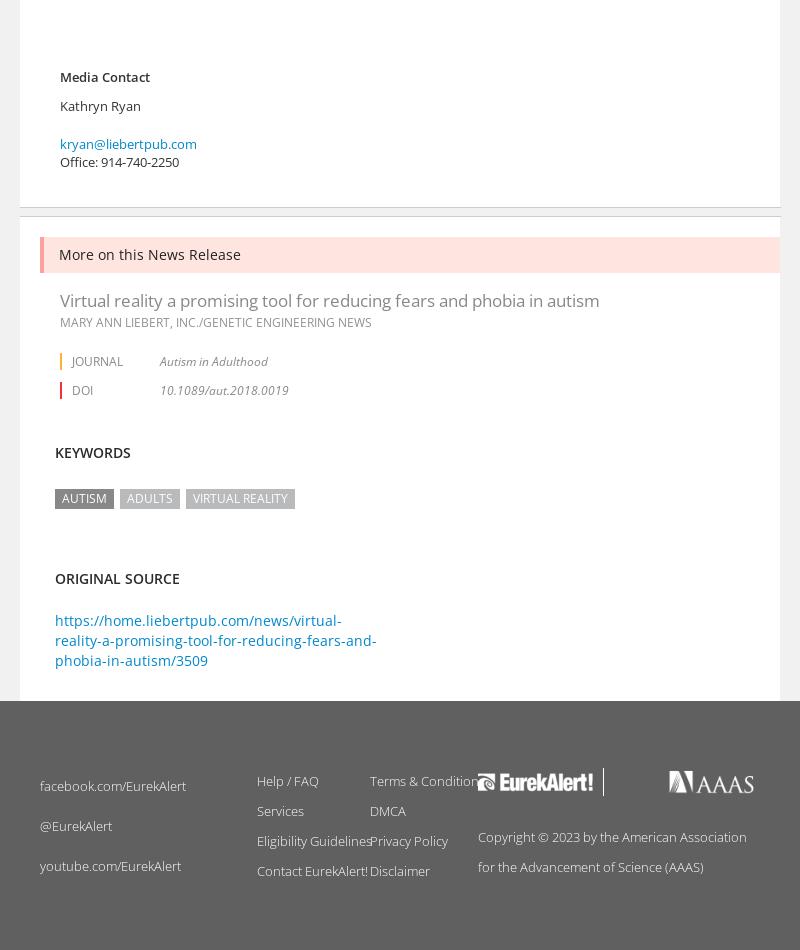 This screenshot has height=950, width=800. Describe the element at coordinates (116, 579) in the screenshot. I see `'Original Source'` at that location.